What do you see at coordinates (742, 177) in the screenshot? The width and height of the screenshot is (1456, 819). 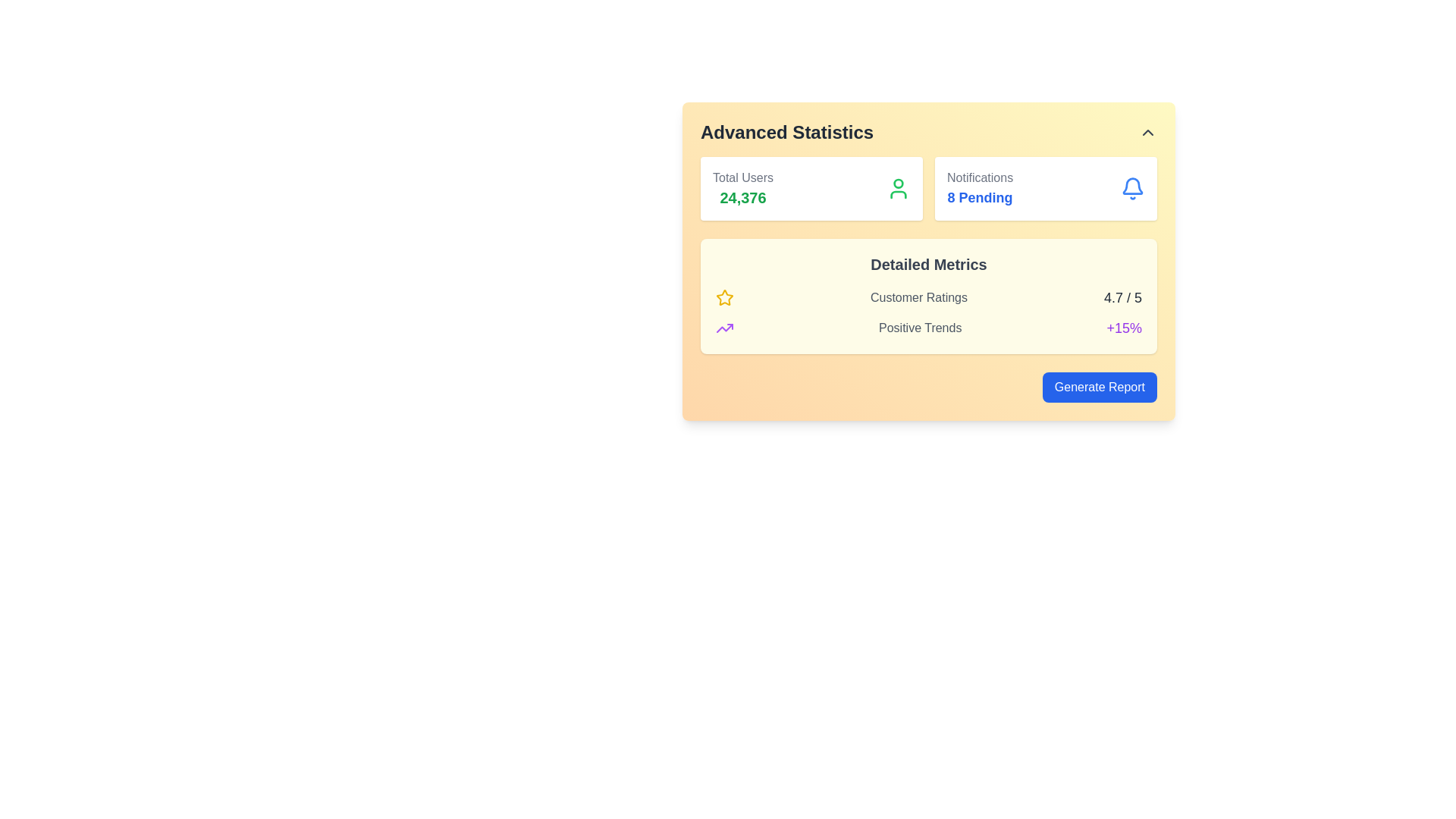 I see `the text label that provides context for the numerical value '24,376', located in the top-left section of the interface within a light card component` at bounding box center [742, 177].